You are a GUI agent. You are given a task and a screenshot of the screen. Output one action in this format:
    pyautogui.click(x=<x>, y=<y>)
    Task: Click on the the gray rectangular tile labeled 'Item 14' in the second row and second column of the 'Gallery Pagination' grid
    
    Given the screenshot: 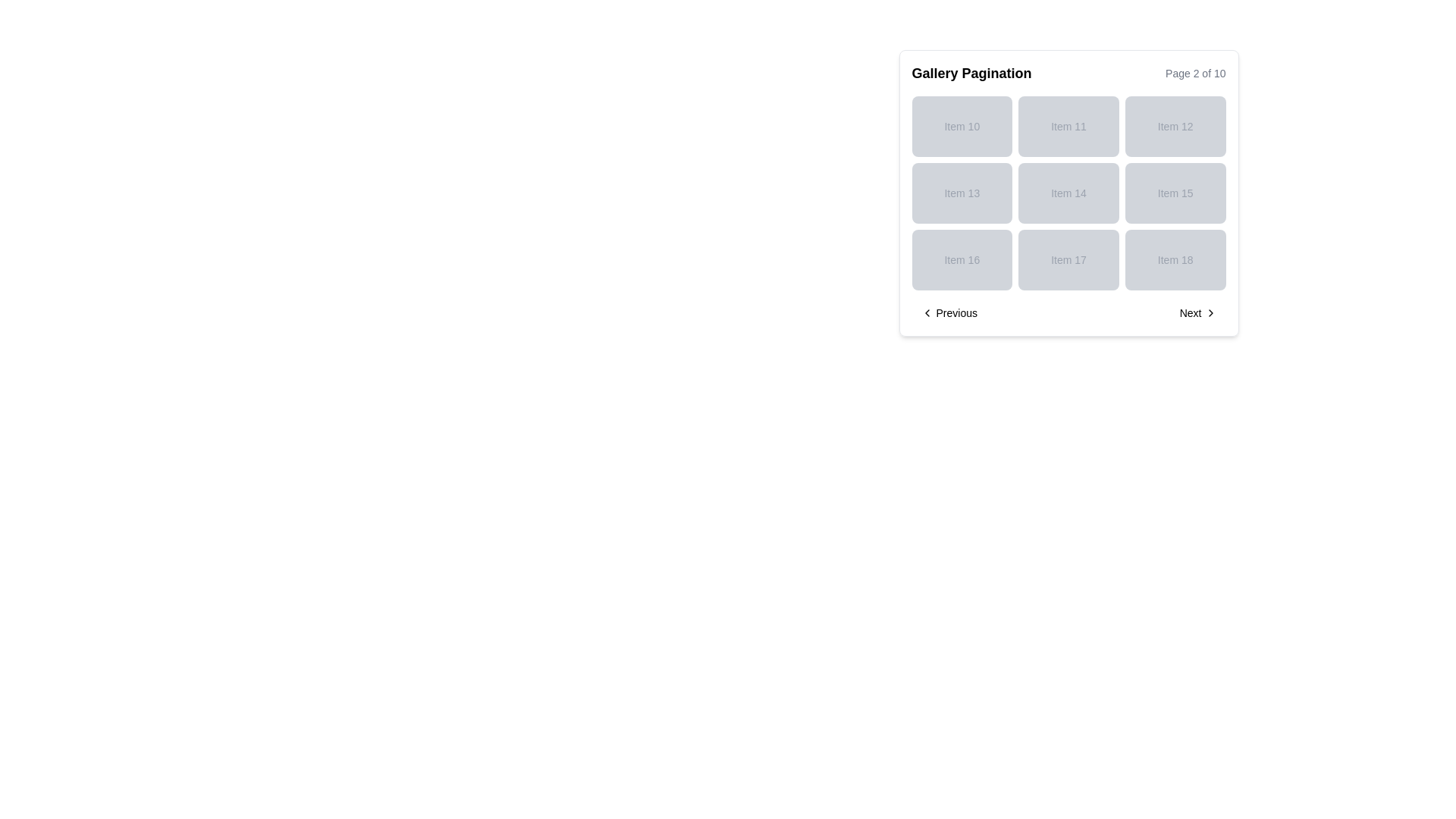 What is the action you would take?
    pyautogui.click(x=1068, y=192)
    